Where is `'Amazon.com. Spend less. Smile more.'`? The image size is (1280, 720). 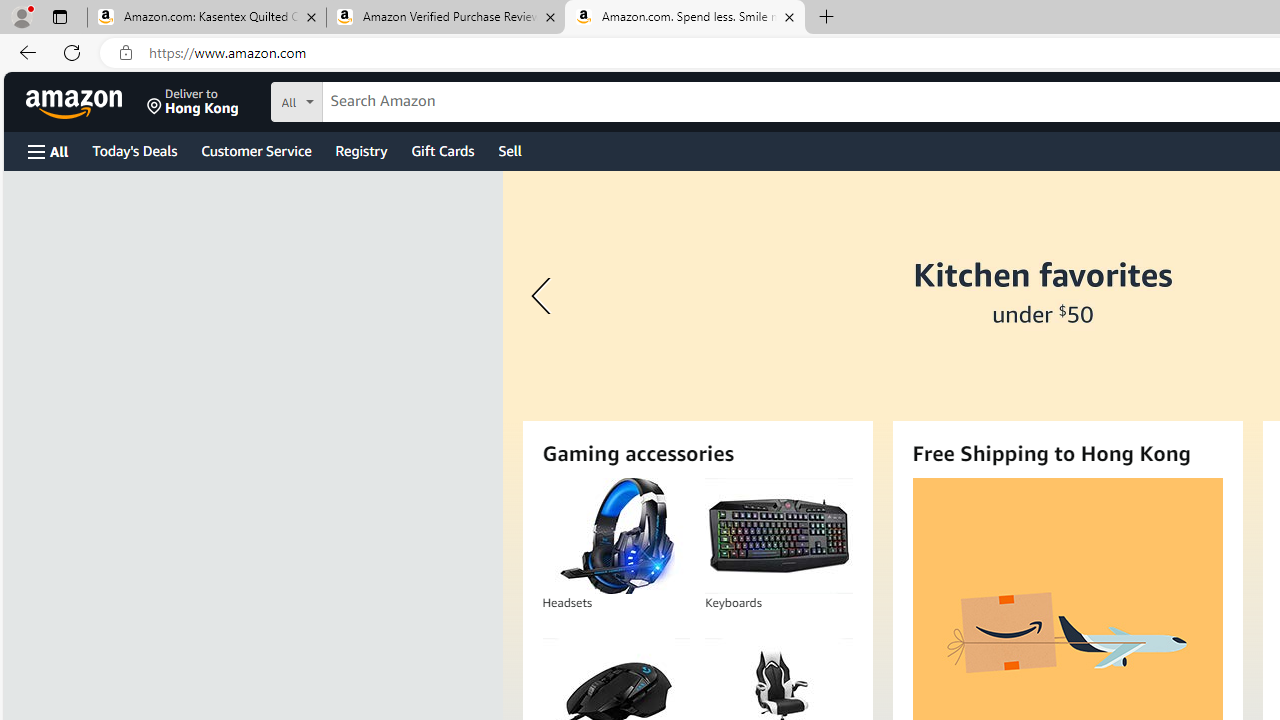
'Amazon.com. Spend less. Smile more.' is located at coordinates (684, 17).